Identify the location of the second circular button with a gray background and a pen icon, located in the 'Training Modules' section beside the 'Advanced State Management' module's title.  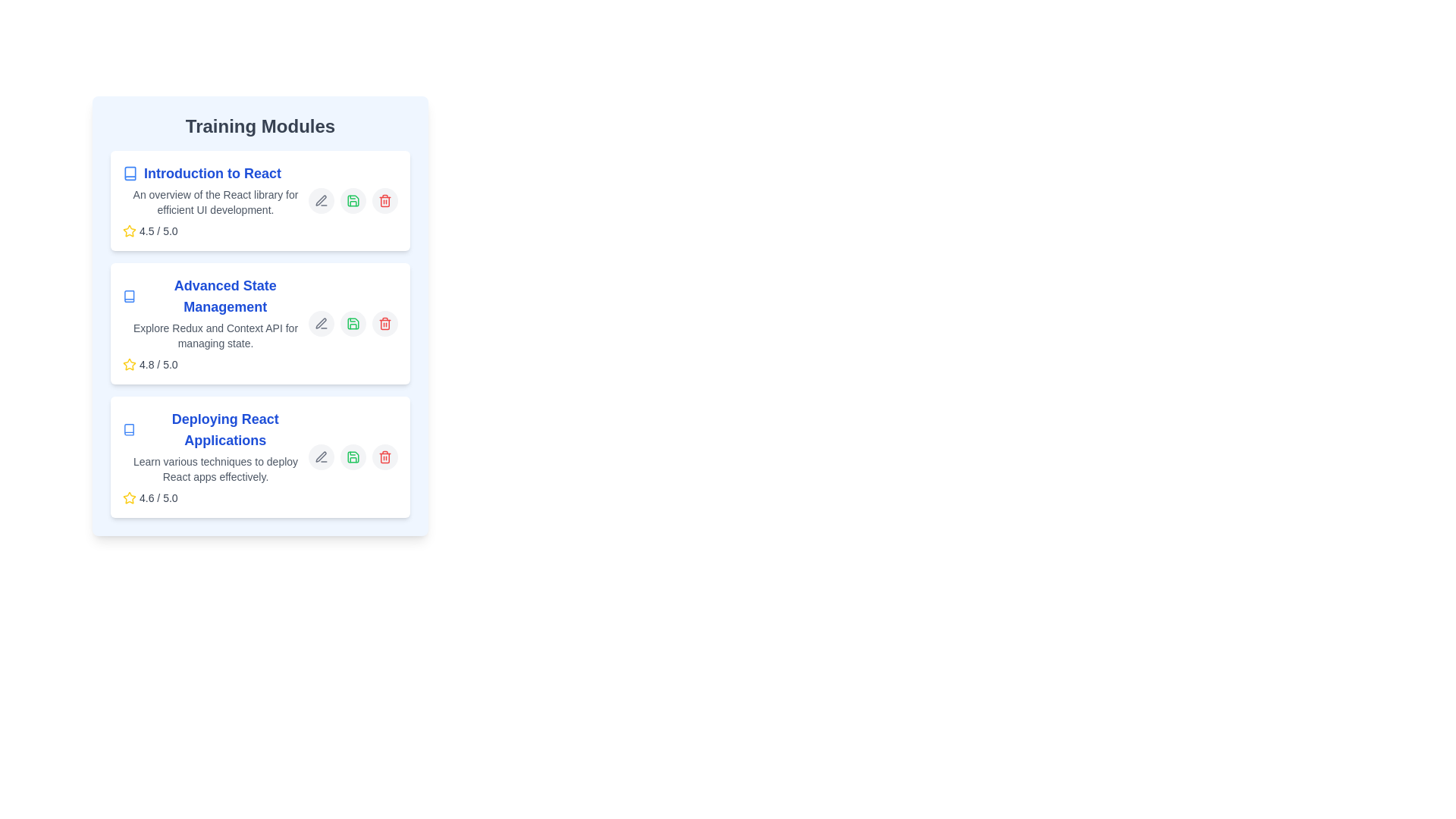
(320, 323).